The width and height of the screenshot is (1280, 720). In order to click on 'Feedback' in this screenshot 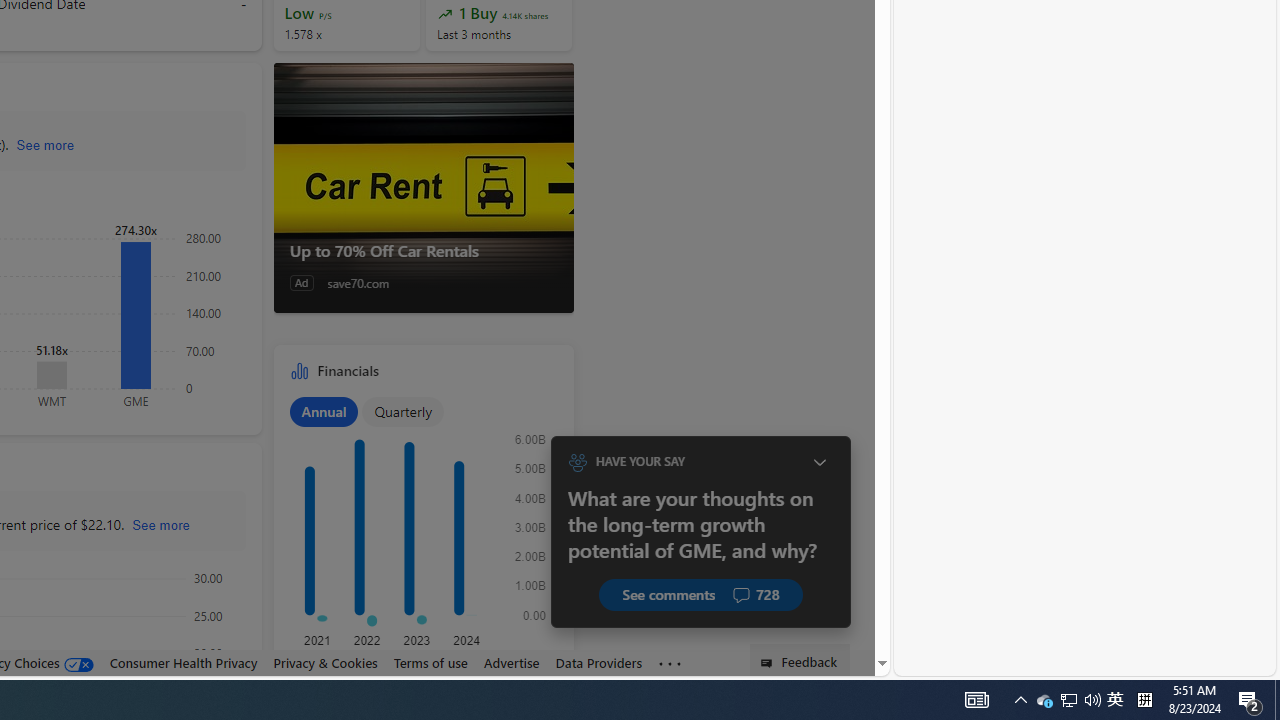, I will do `click(800, 659)`.